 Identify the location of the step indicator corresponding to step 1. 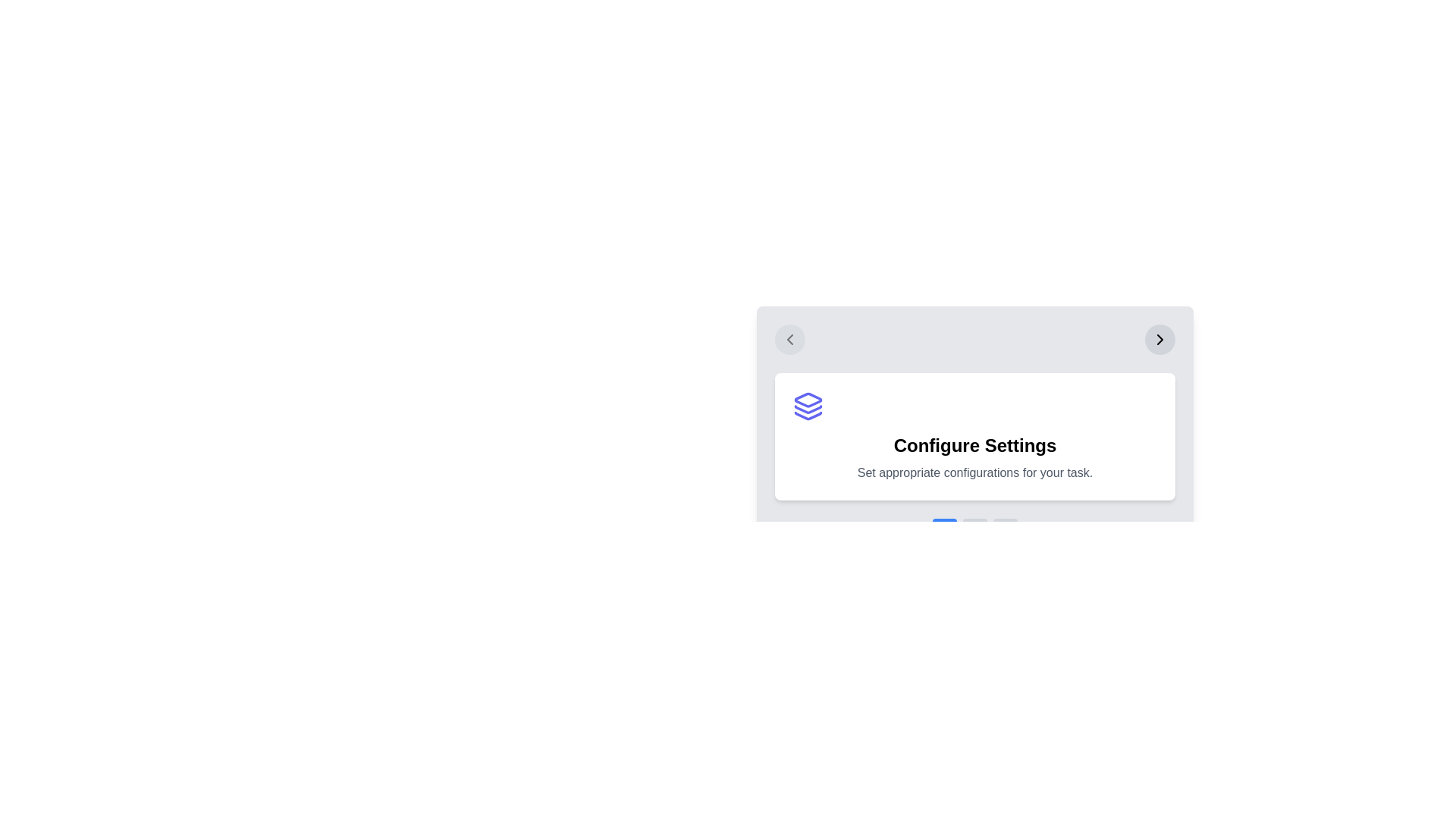
(944, 520).